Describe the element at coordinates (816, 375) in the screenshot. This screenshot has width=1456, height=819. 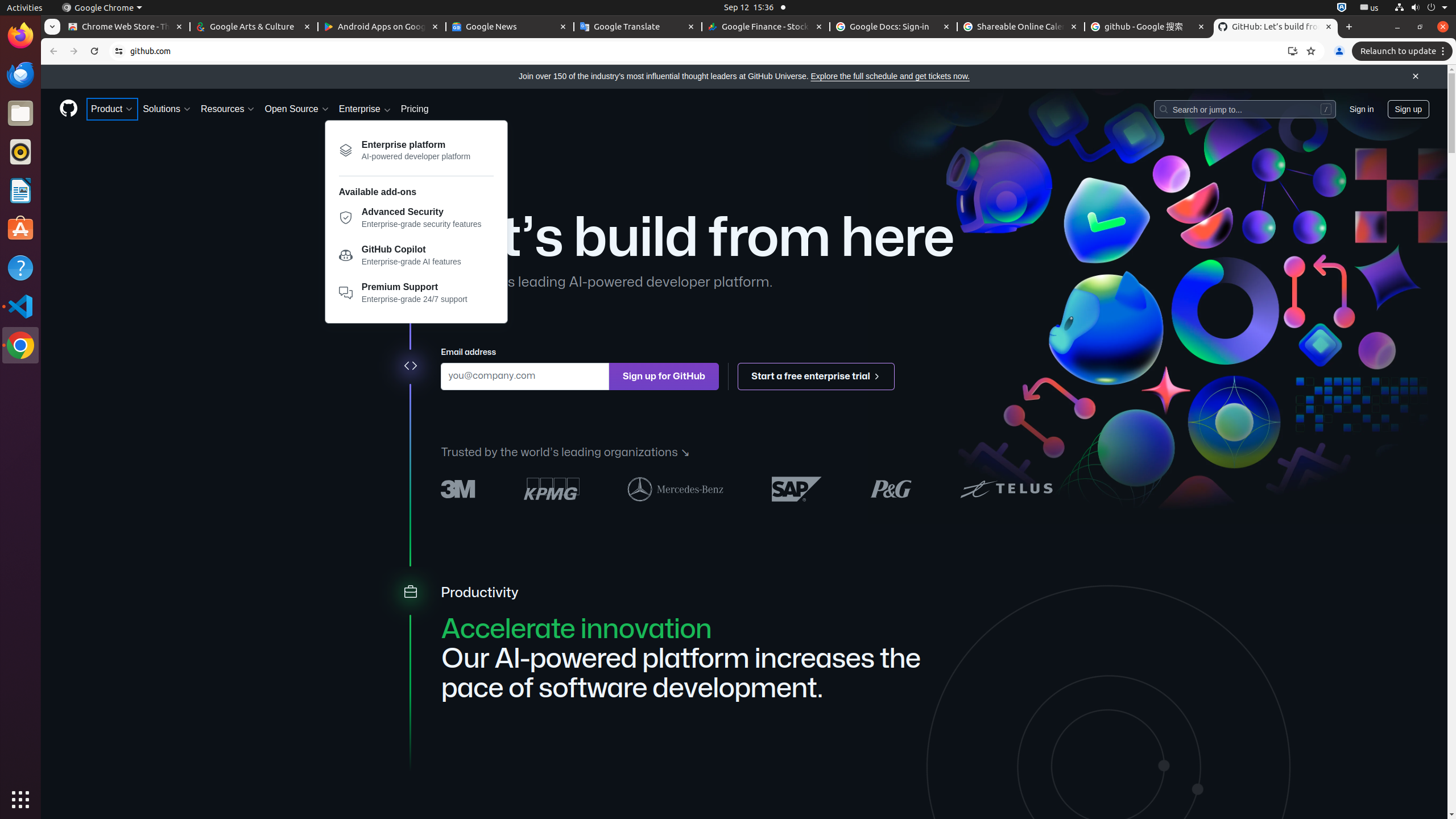
I see `'Start a free enterprise trial '` at that location.